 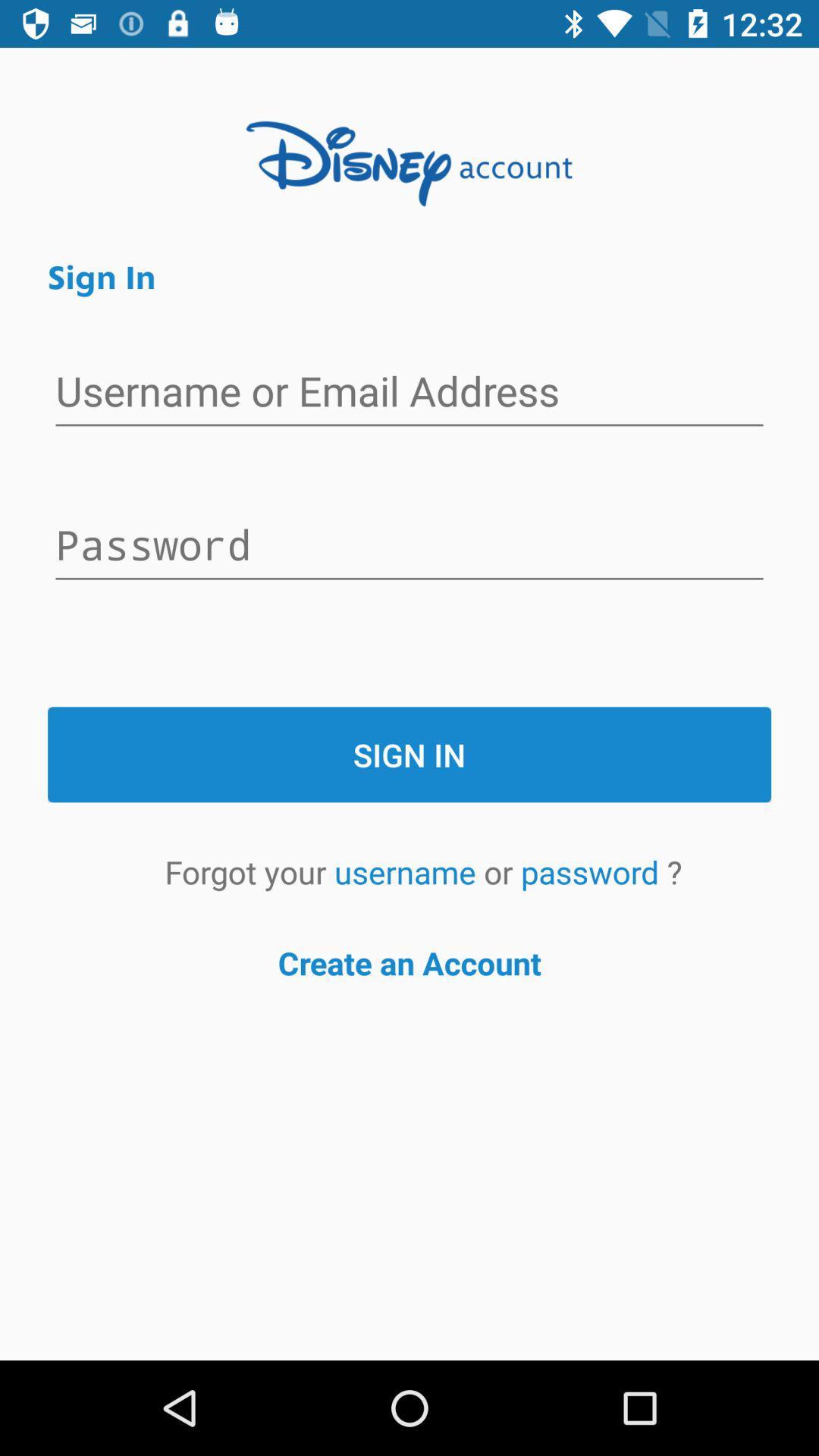 I want to click on the username  icon, so click(x=408, y=871).